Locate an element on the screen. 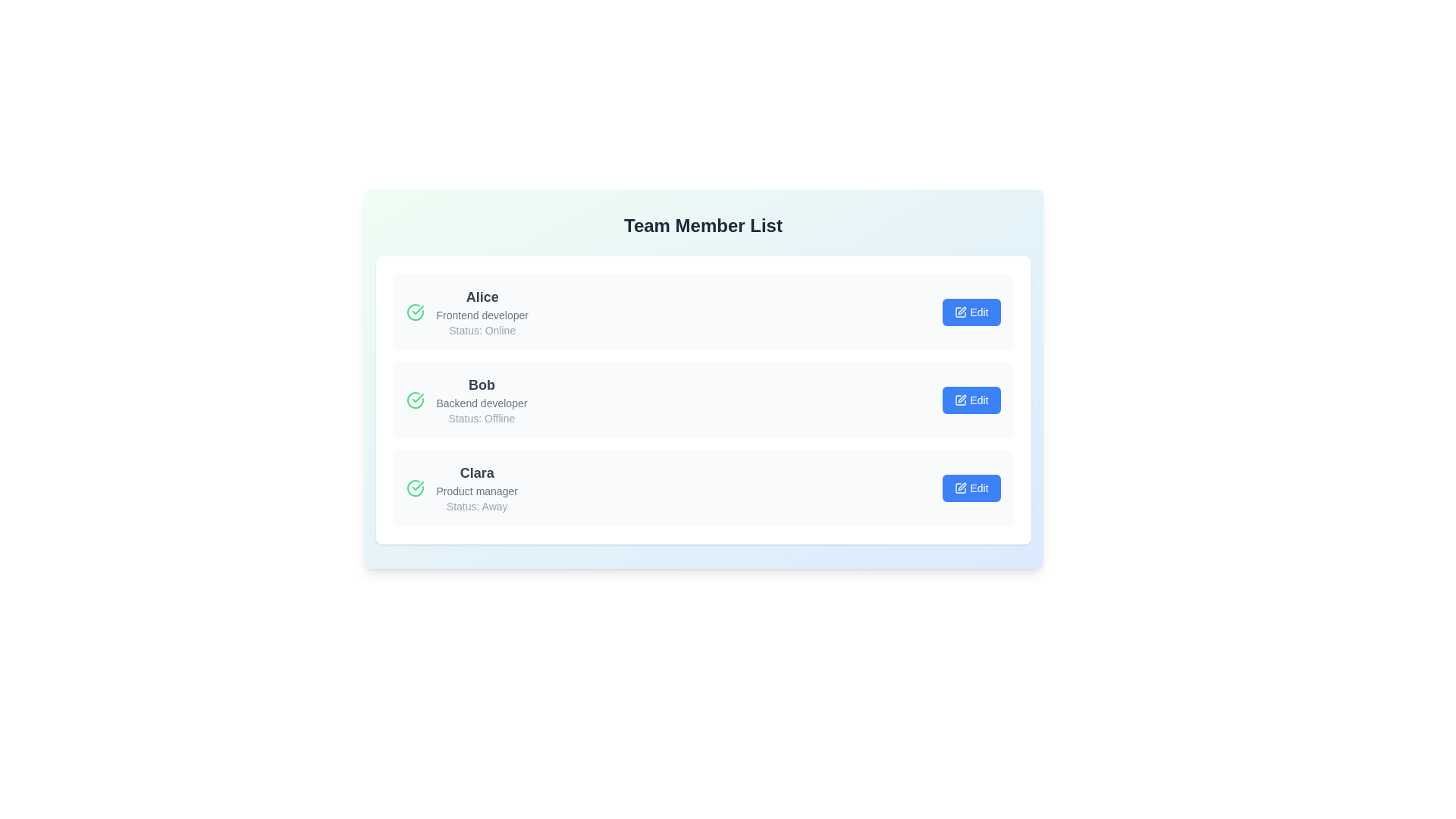  the user item corresponding to Clara is located at coordinates (702, 488).